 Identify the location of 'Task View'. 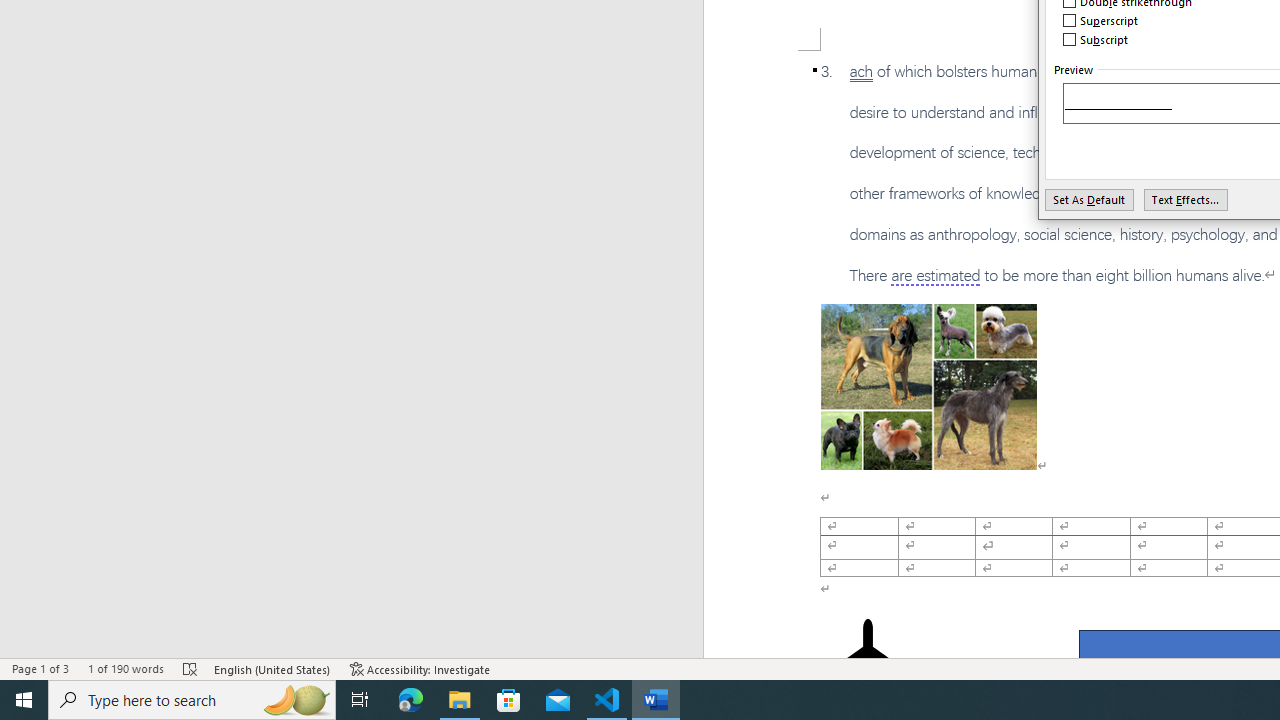
(359, 698).